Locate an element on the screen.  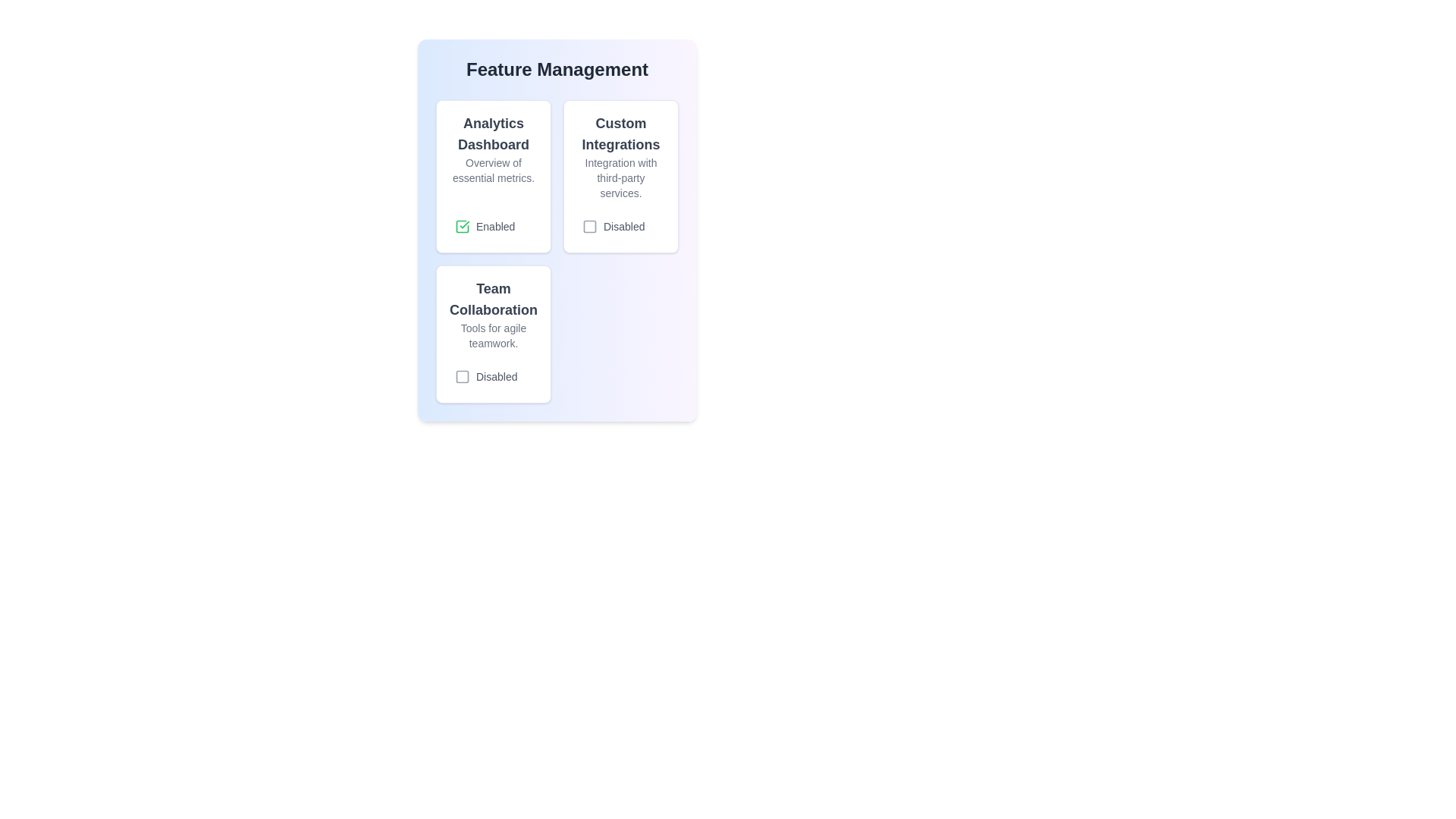
the square of the Checkbox located at the bottom-center of the 'Custom Integrations' card is located at coordinates (613, 227).